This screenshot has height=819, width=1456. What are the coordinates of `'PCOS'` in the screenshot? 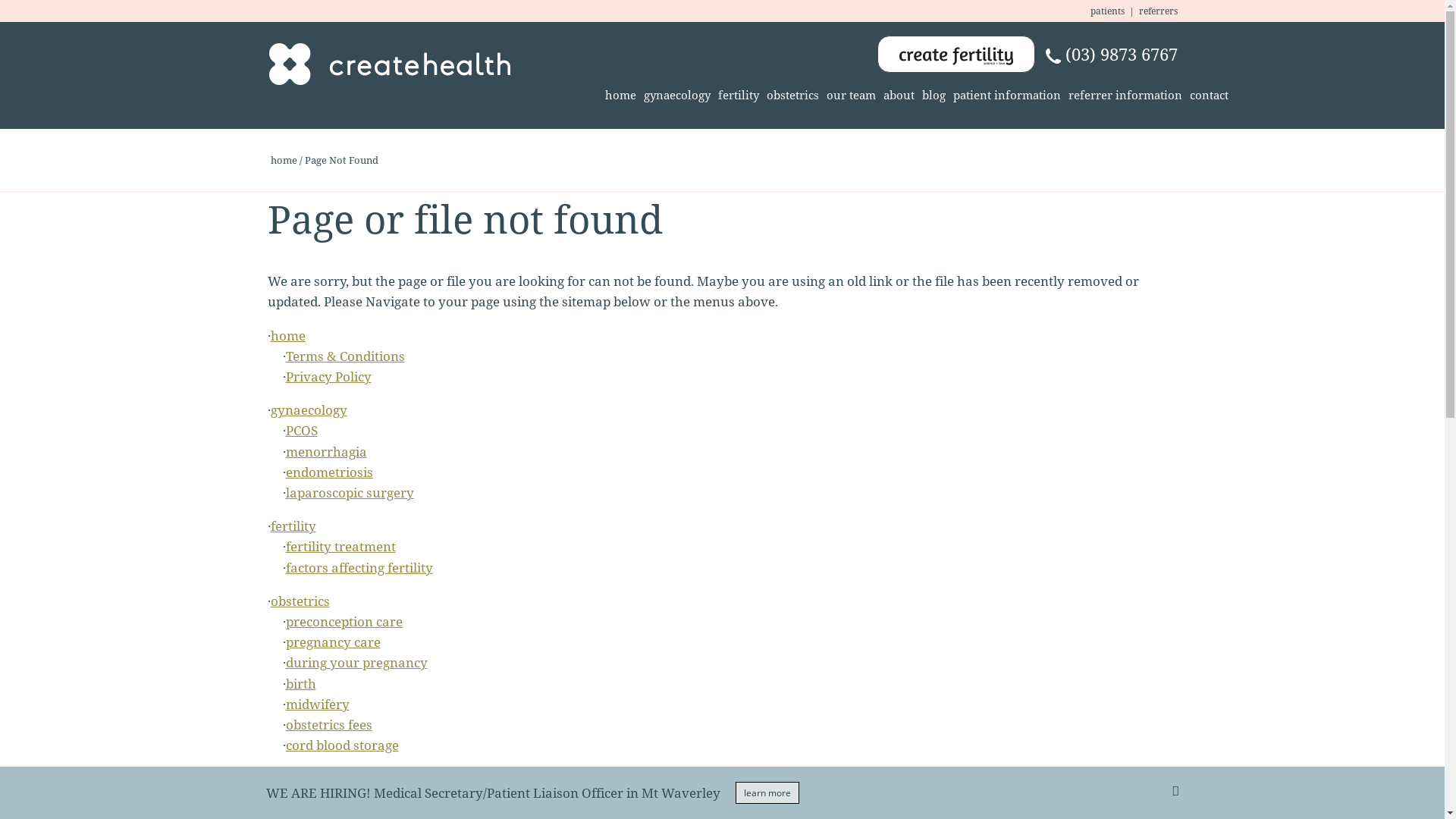 It's located at (301, 430).